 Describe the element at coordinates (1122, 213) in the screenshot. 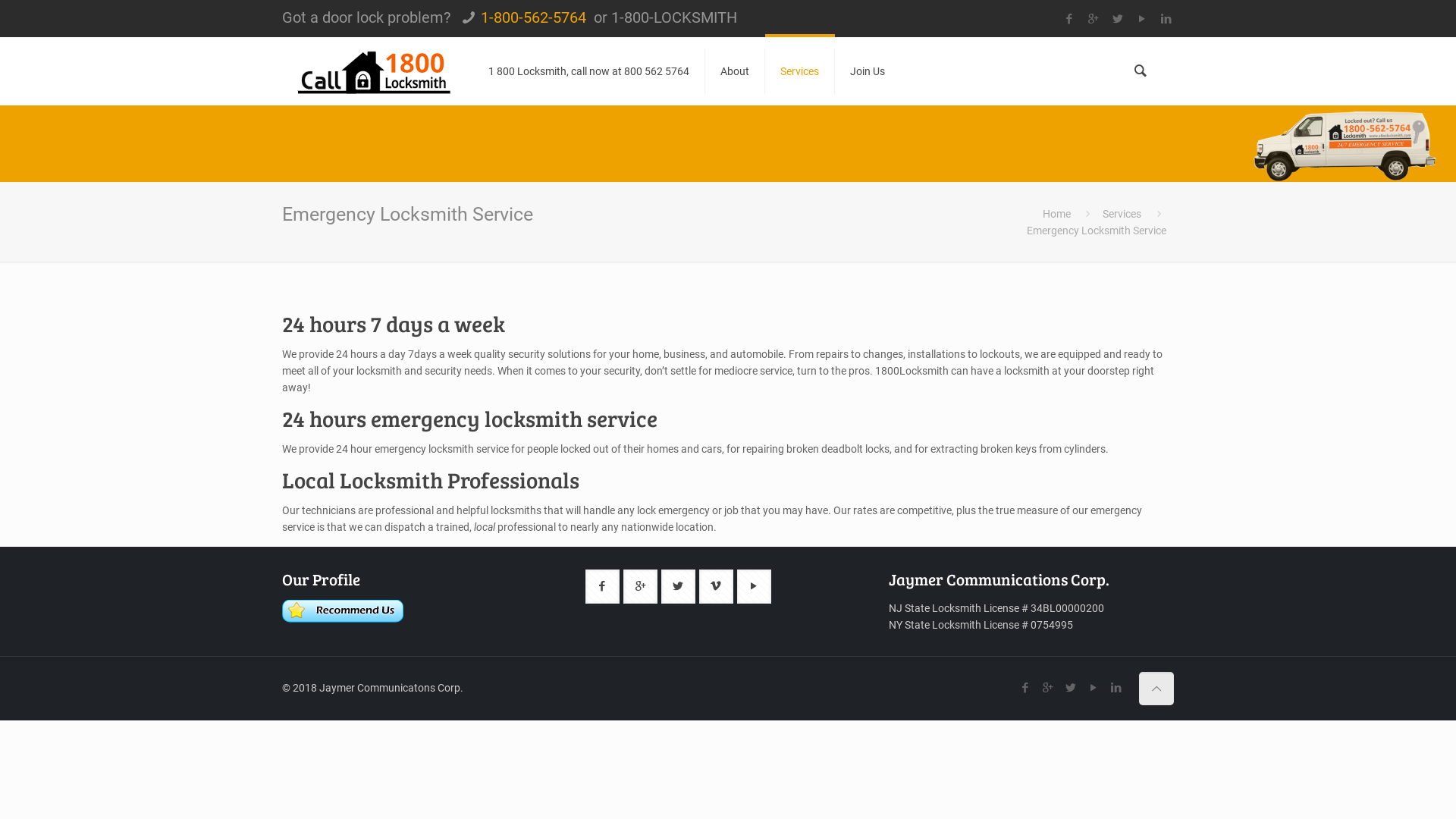

I see `'Services'` at that location.